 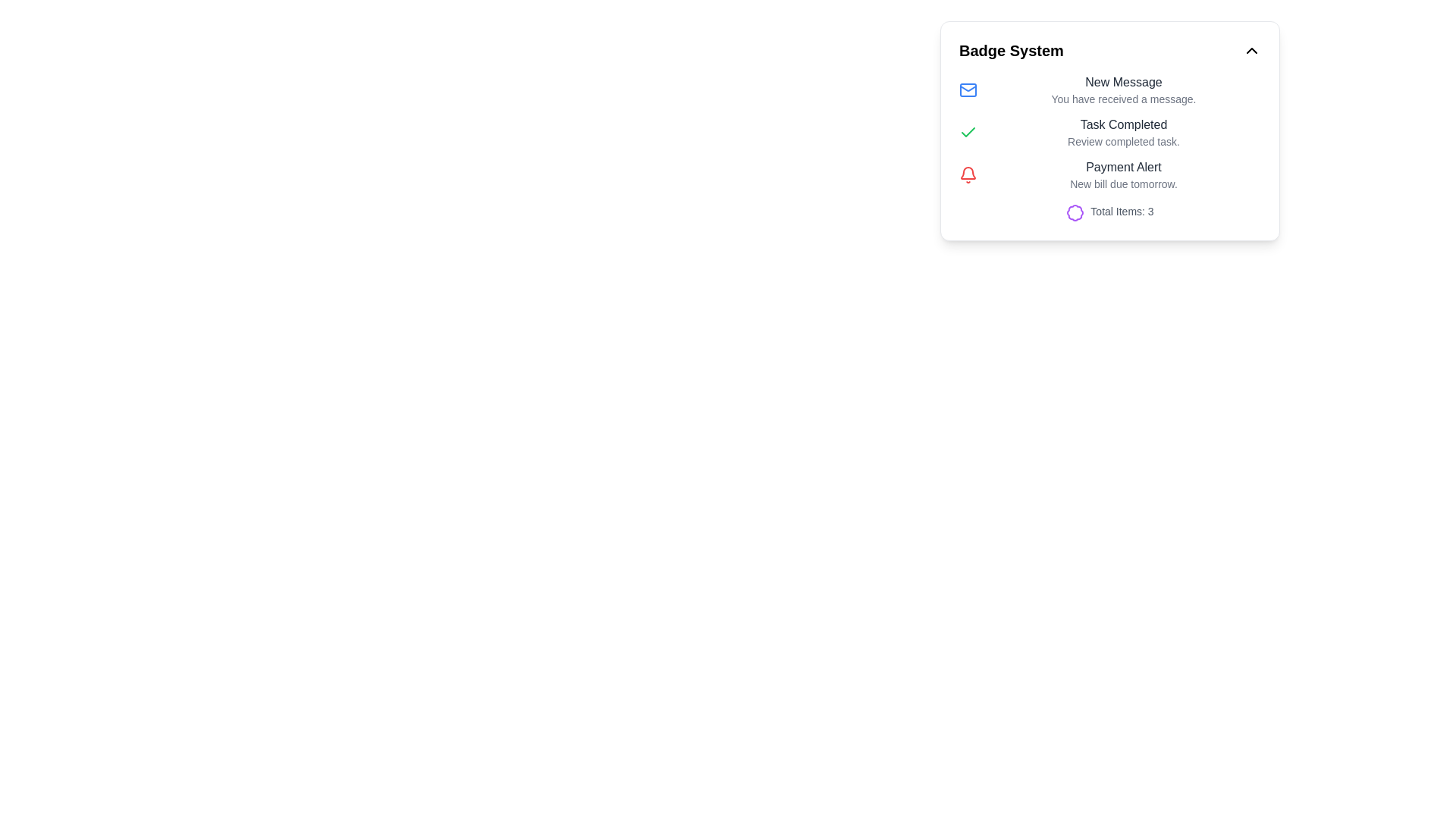 I want to click on the alert icon located next to the 'Payment Alert' text to acknowledge the alert, so click(x=967, y=174).